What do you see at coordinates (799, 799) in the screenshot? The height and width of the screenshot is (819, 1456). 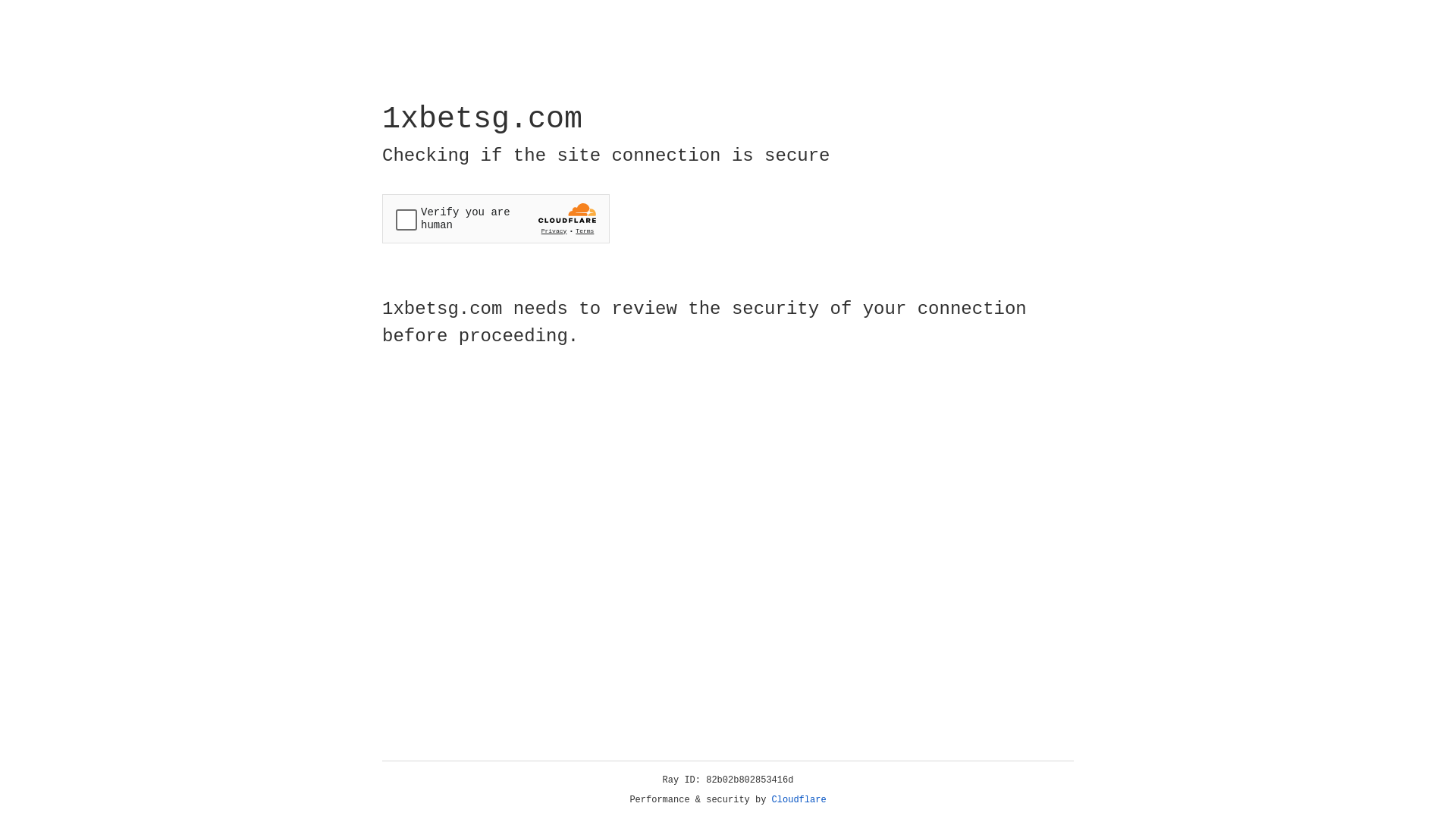 I see `'Cloudflare'` at bounding box center [799, 799].